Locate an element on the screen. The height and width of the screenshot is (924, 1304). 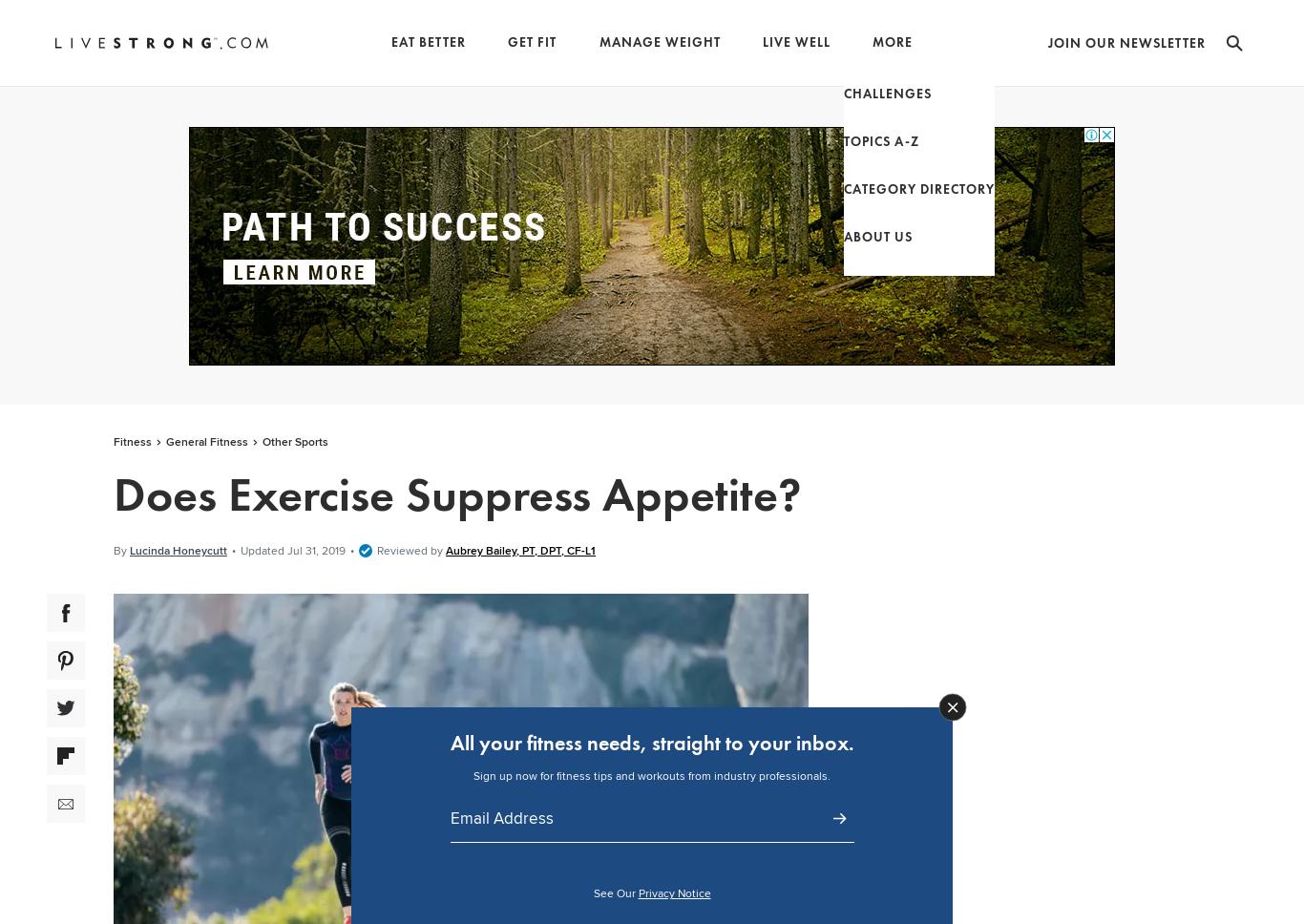
'Eat Better' is located at coordinates (428, 42).